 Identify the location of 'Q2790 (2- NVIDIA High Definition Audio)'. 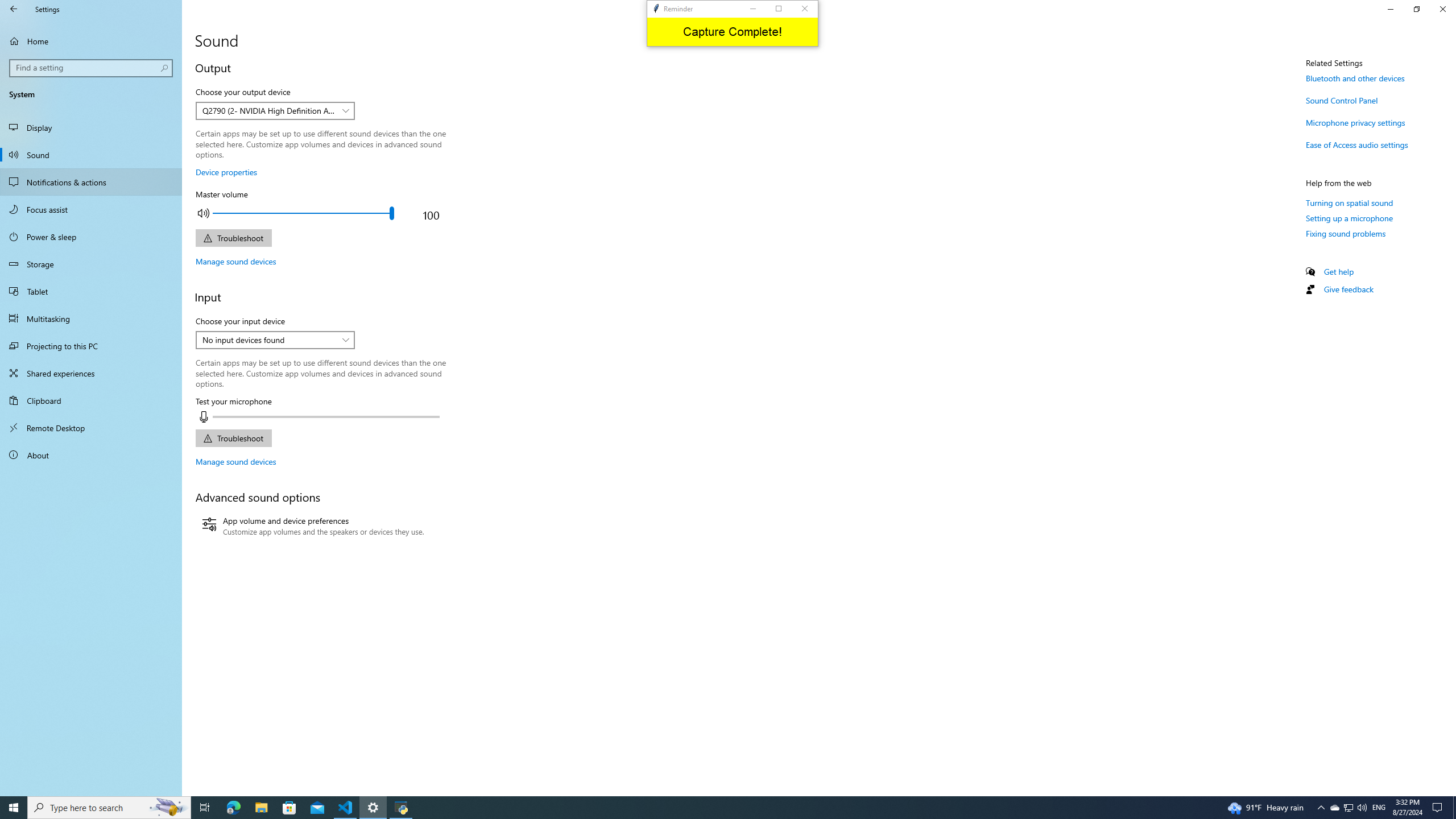
(268, 110).